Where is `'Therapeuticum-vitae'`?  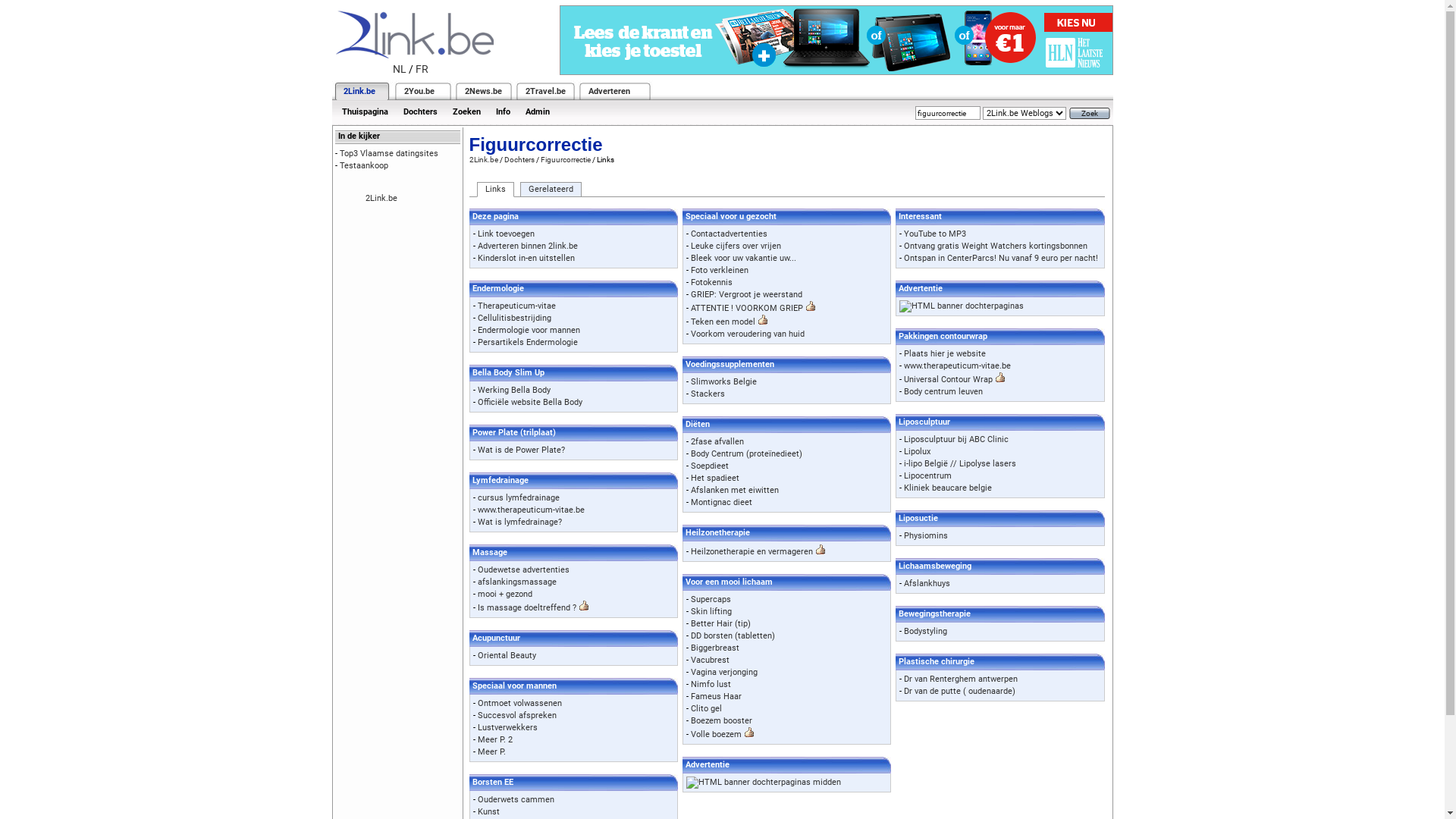
'Therapeuticum-vitae' is located at coordinates (516, 306).